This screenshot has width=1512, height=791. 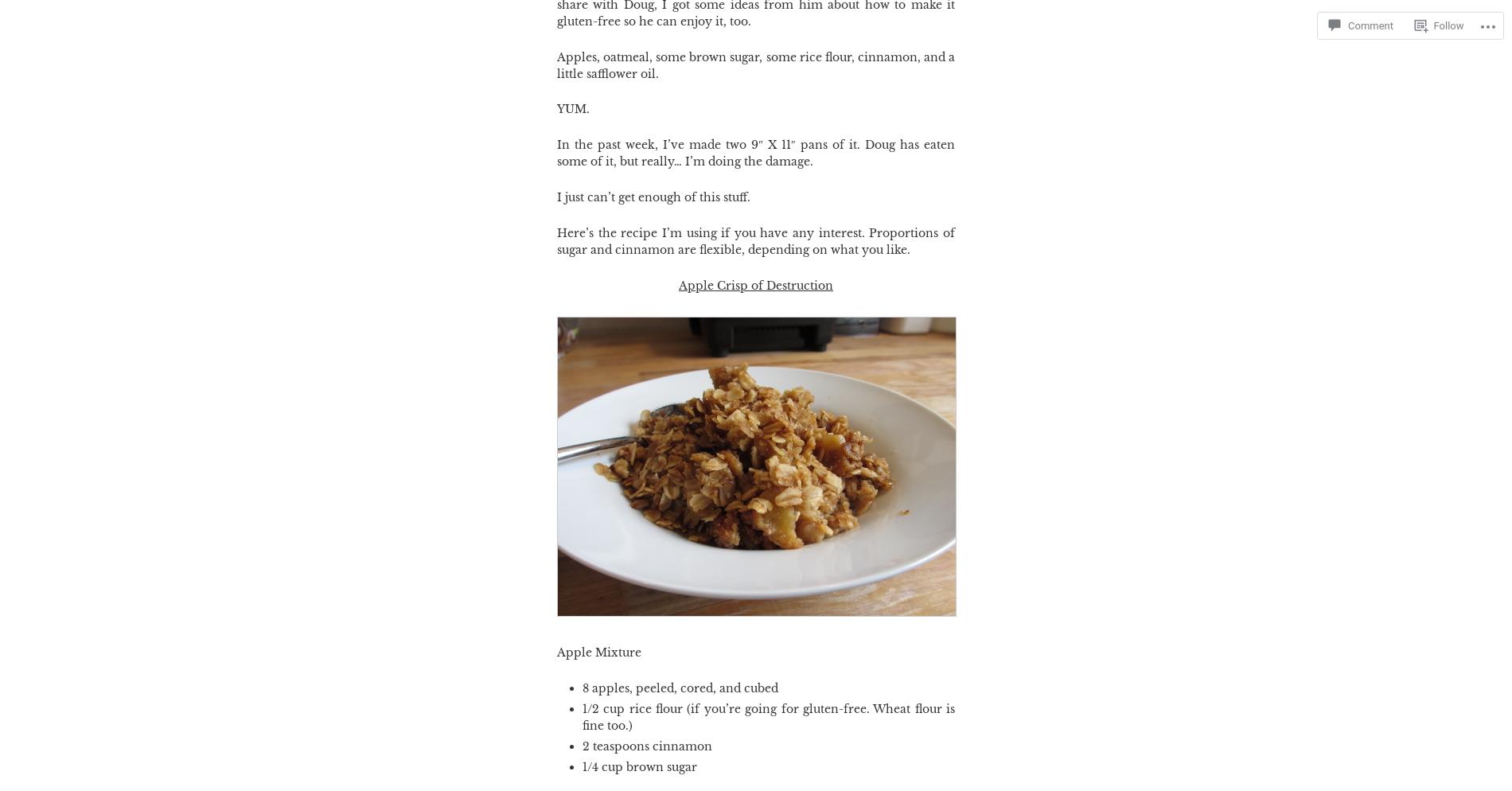 What do you see at coordinates (768, 715) in the screenshot?
I see `'1/2 cup rice flour (if you’re going for gluten-free. Wheat flour is fine too.)'` at bounding box center [768, 715].